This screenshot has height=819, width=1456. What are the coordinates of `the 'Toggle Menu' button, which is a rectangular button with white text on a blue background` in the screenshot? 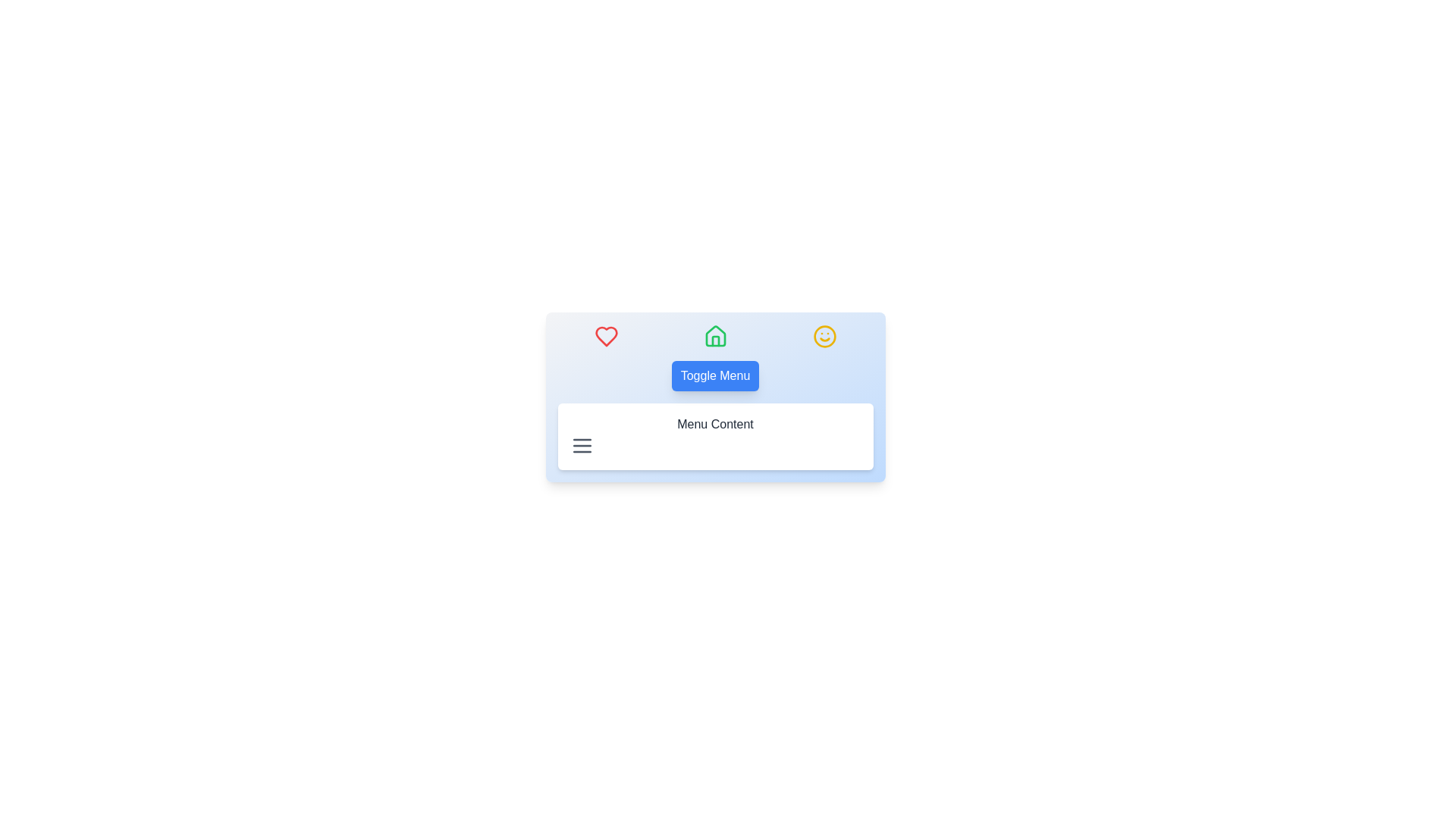 It's located at (714, 375).